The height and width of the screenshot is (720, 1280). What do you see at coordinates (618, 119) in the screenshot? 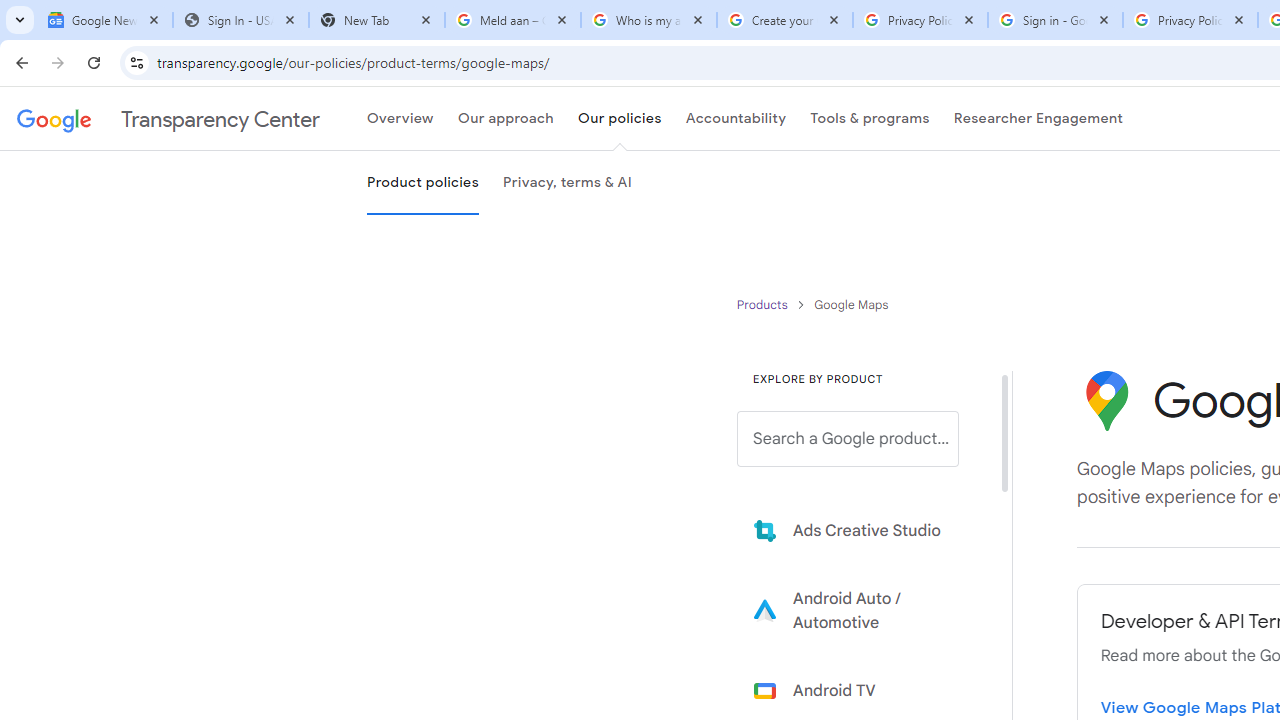
I see `'Our policies'` at bounding box center [618, 119].